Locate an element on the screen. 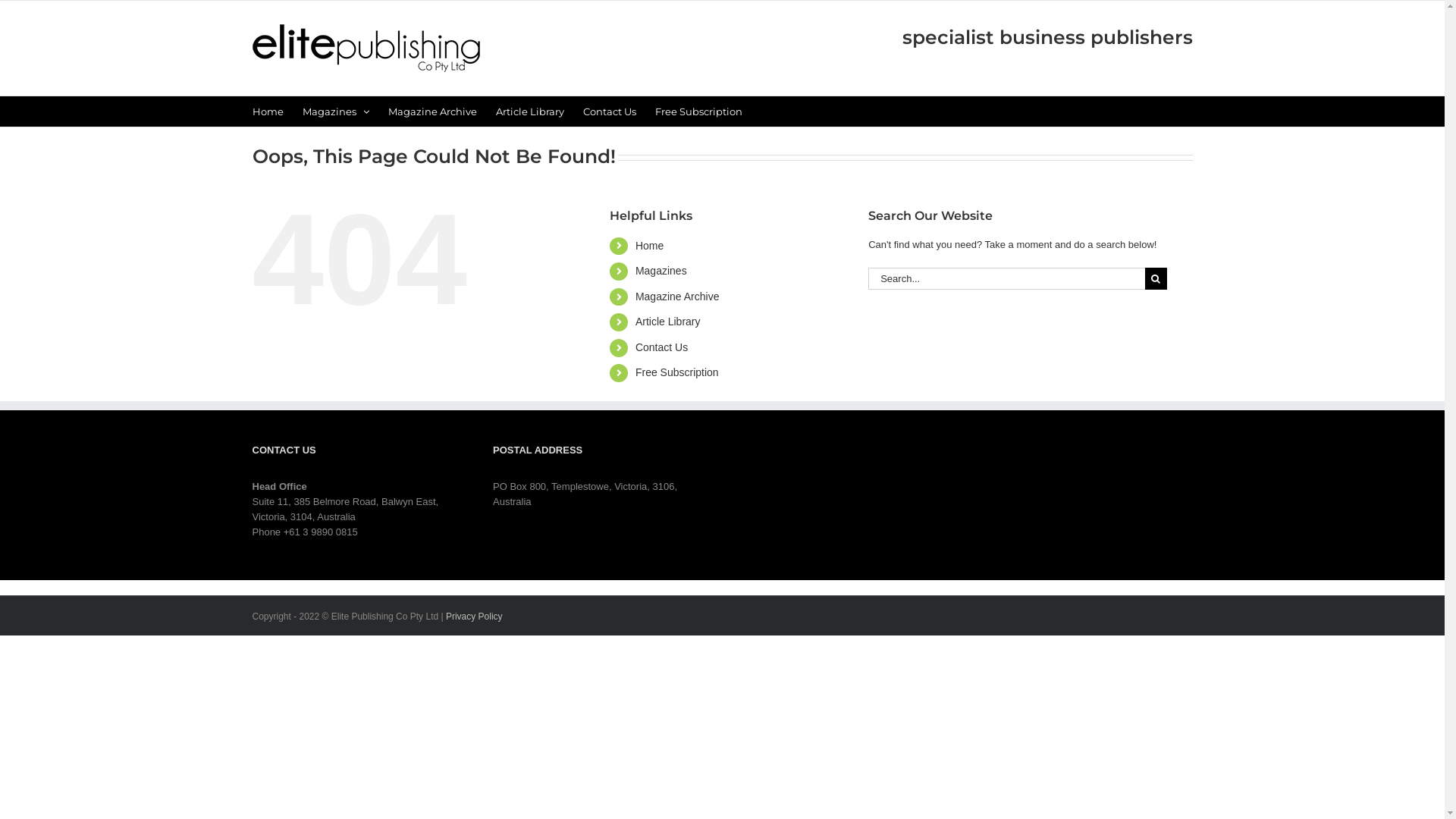  'Home' is located at coordinates (267, 110).